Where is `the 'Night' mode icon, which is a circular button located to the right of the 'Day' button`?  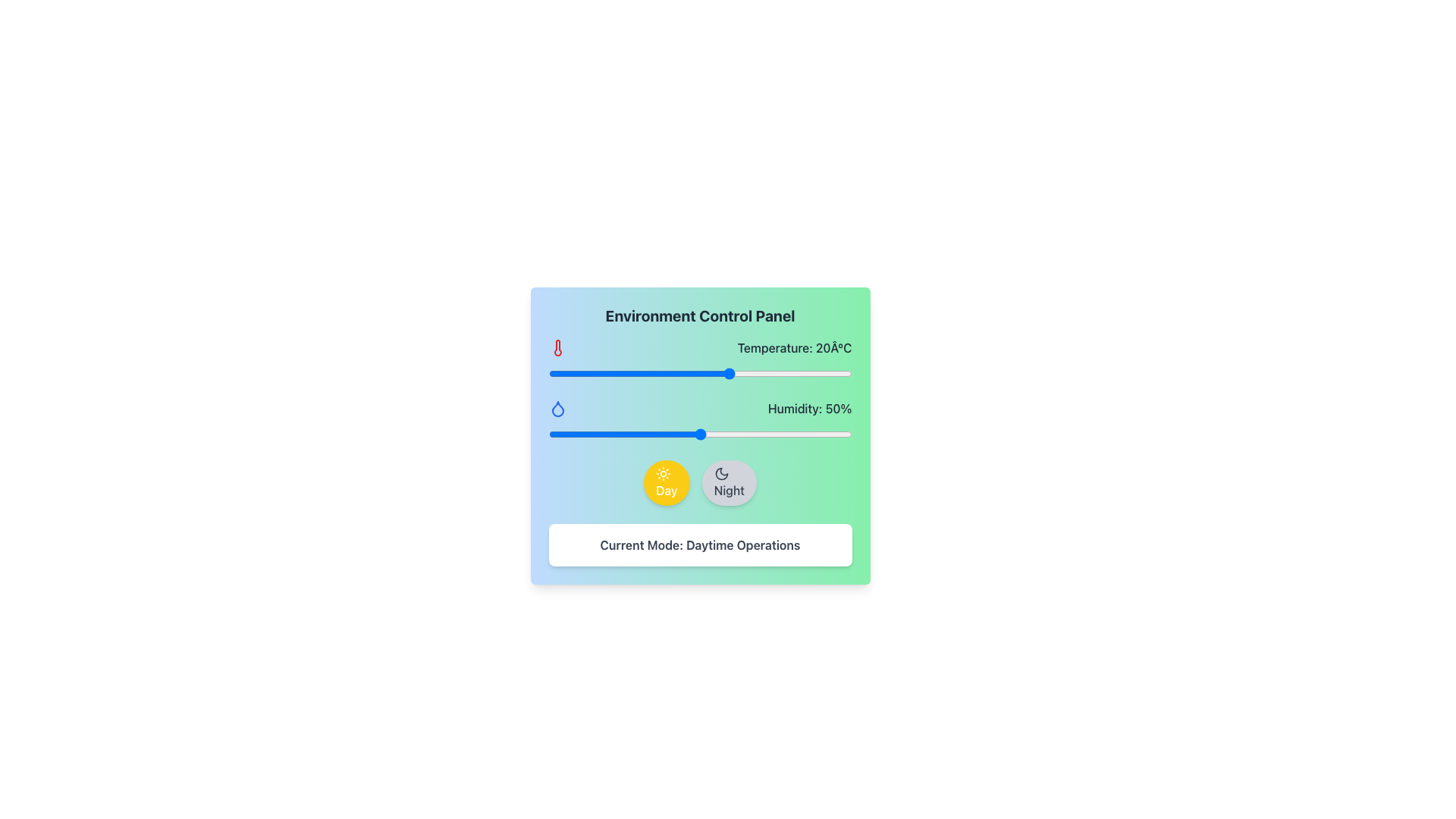
the 'Night' mode icon, which is a circular button located to the right of the 'Day' button is located at coordinates (720, 472).